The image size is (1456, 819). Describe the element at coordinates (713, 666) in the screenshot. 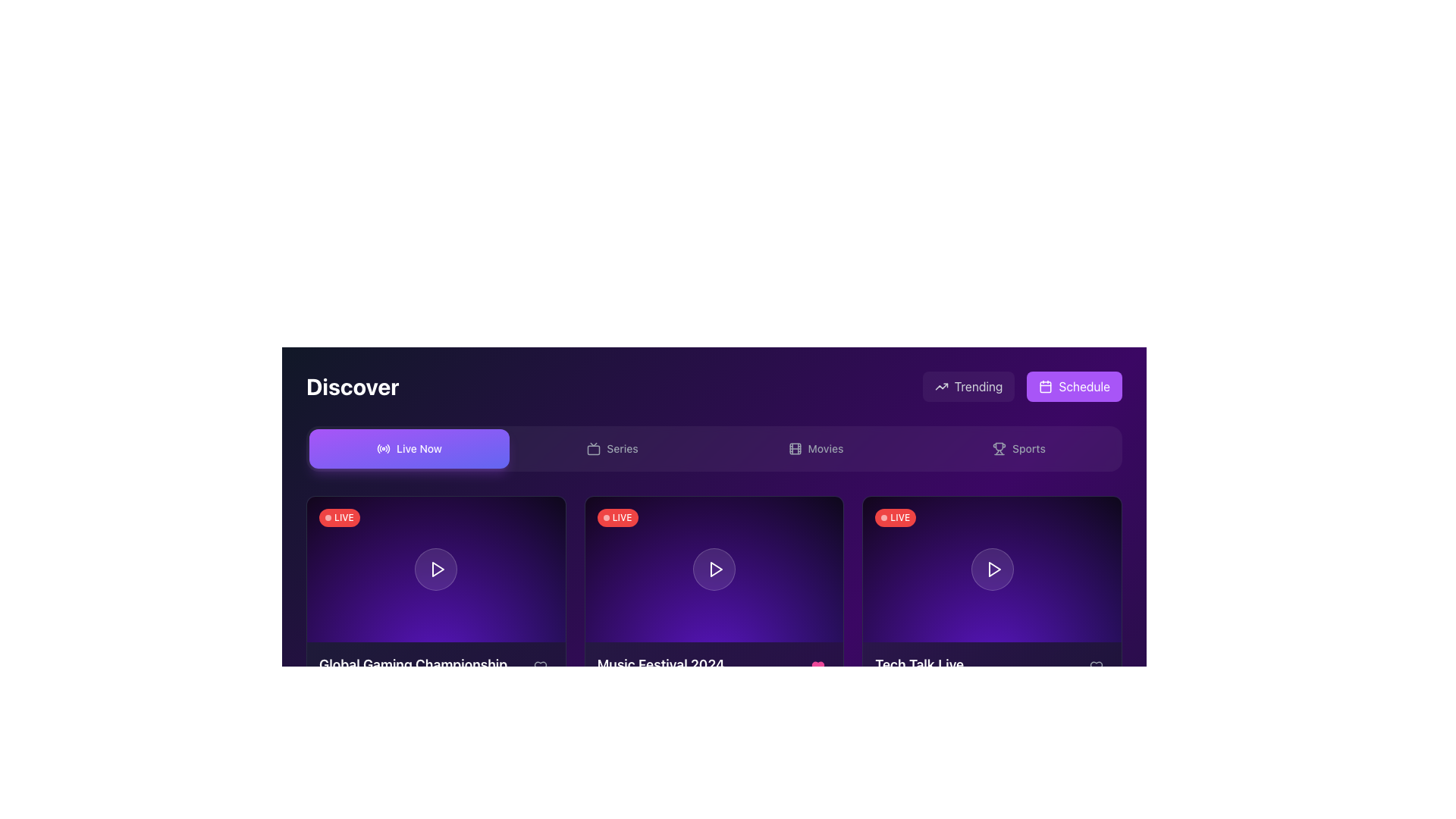

I see `the label titled 'Music Festival 2024', which is located near the bottom center of a purple card in the second column, positioned above an interactive icon` at that location.